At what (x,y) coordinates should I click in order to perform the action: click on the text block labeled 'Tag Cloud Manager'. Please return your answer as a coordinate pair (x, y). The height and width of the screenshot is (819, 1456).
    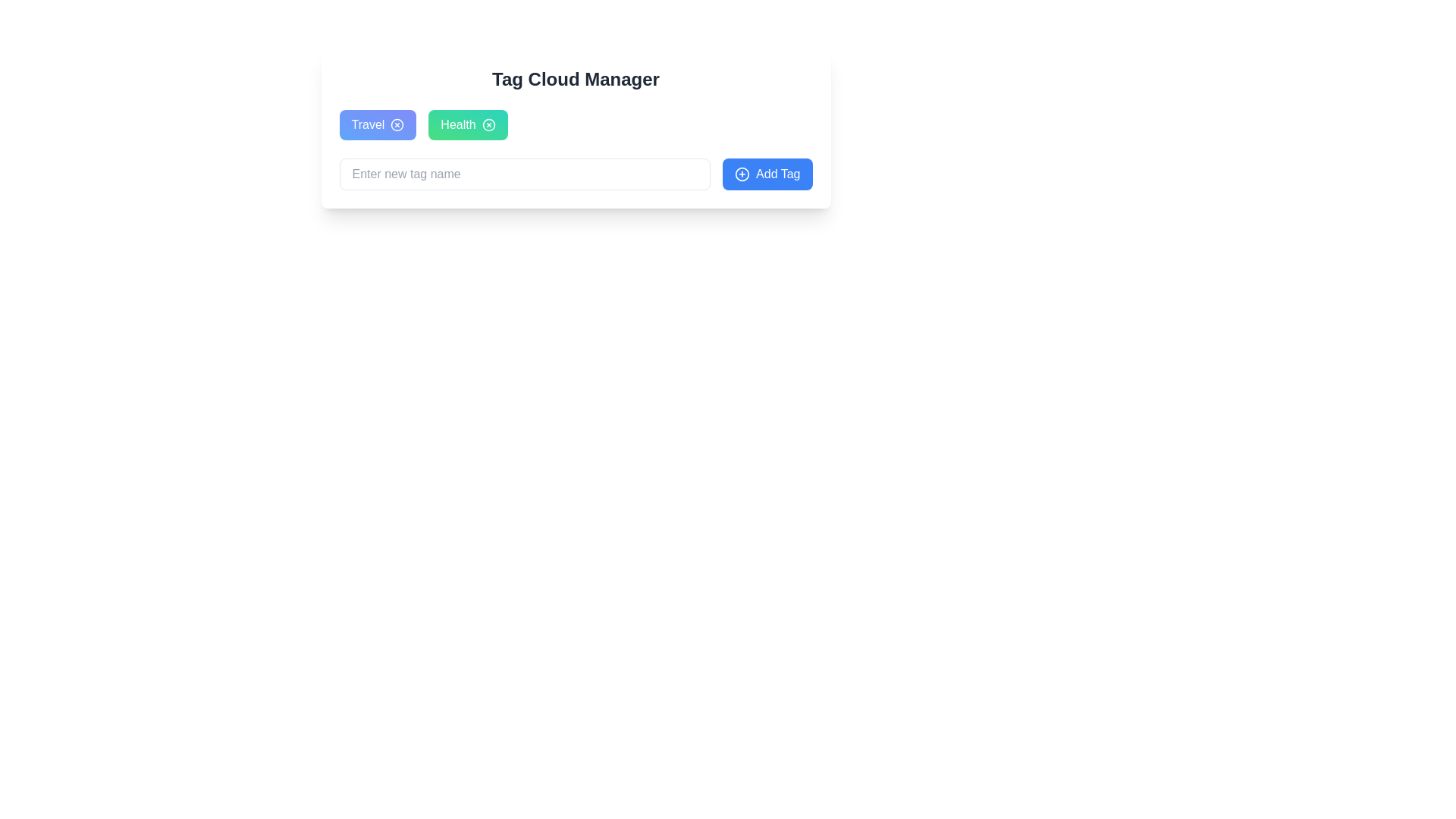
    Looking at the image, I should click on (575, 79).